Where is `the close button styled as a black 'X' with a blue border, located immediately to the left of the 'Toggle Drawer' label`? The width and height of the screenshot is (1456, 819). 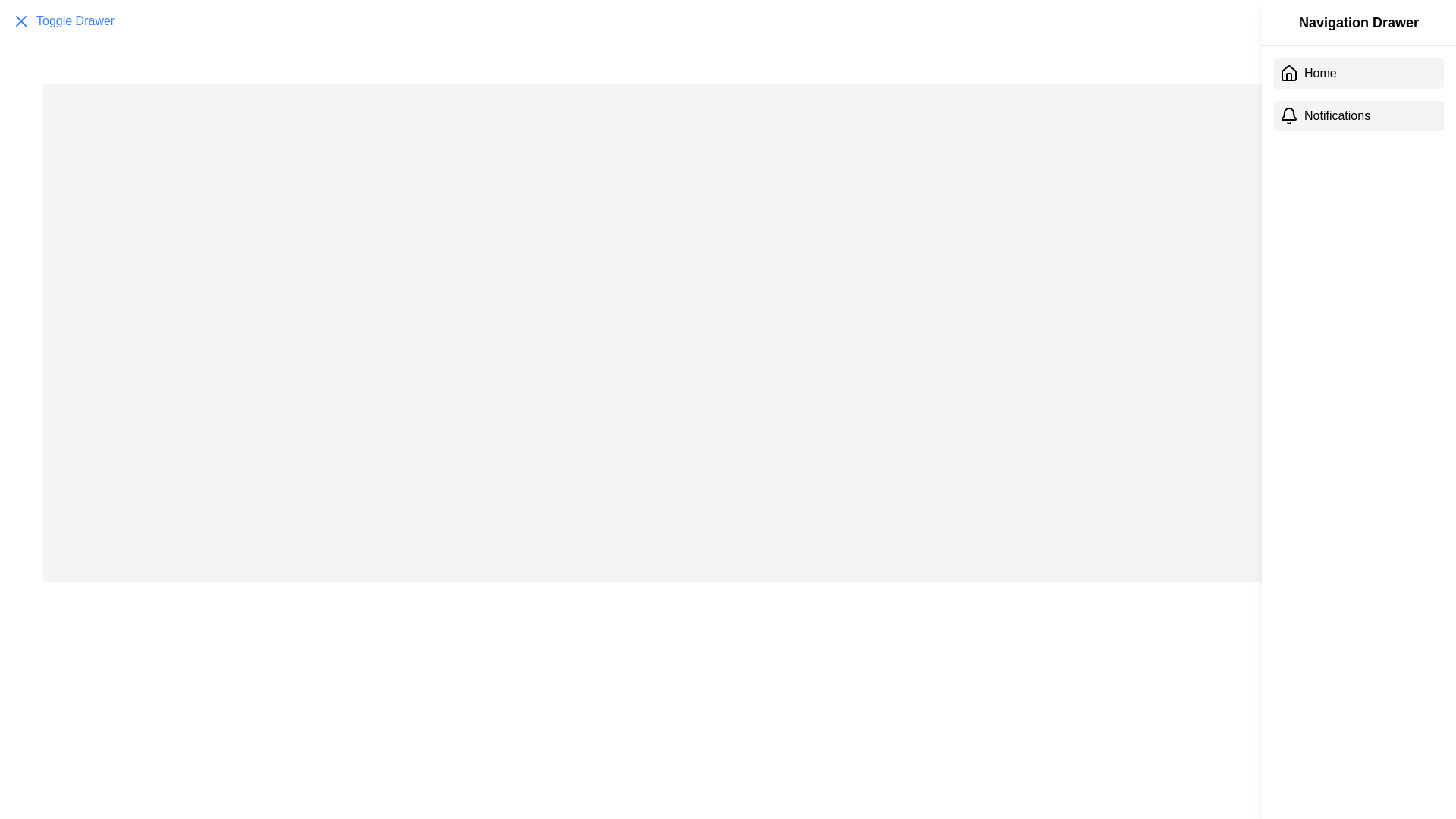
the close button styled as a black 'X' with a blue border, located immediately to the left of the 'Toggle Drawer' label is located at coordinates (21, 20).